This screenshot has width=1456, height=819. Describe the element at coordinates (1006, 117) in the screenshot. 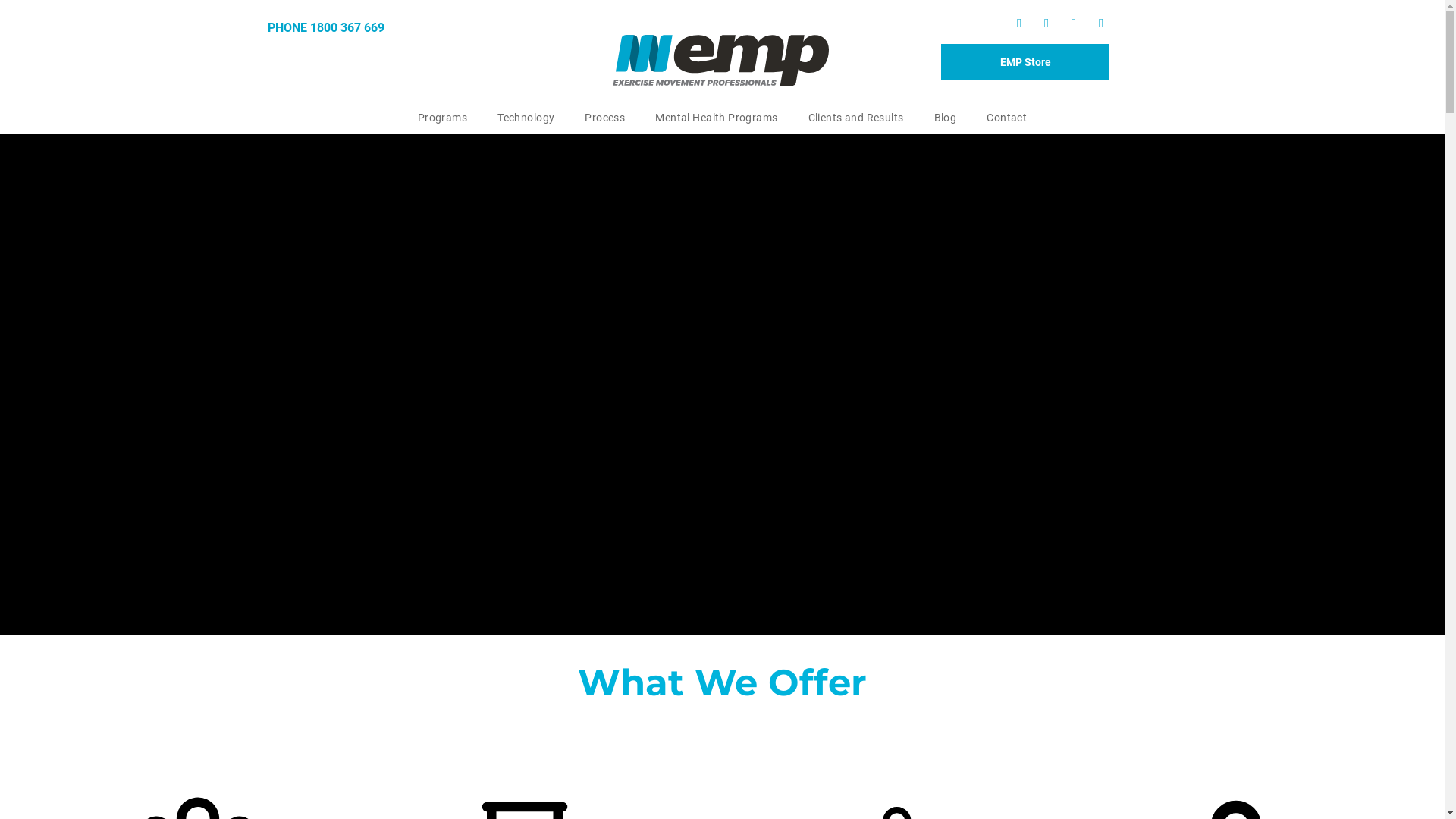

I see `'Contact'` at that location.